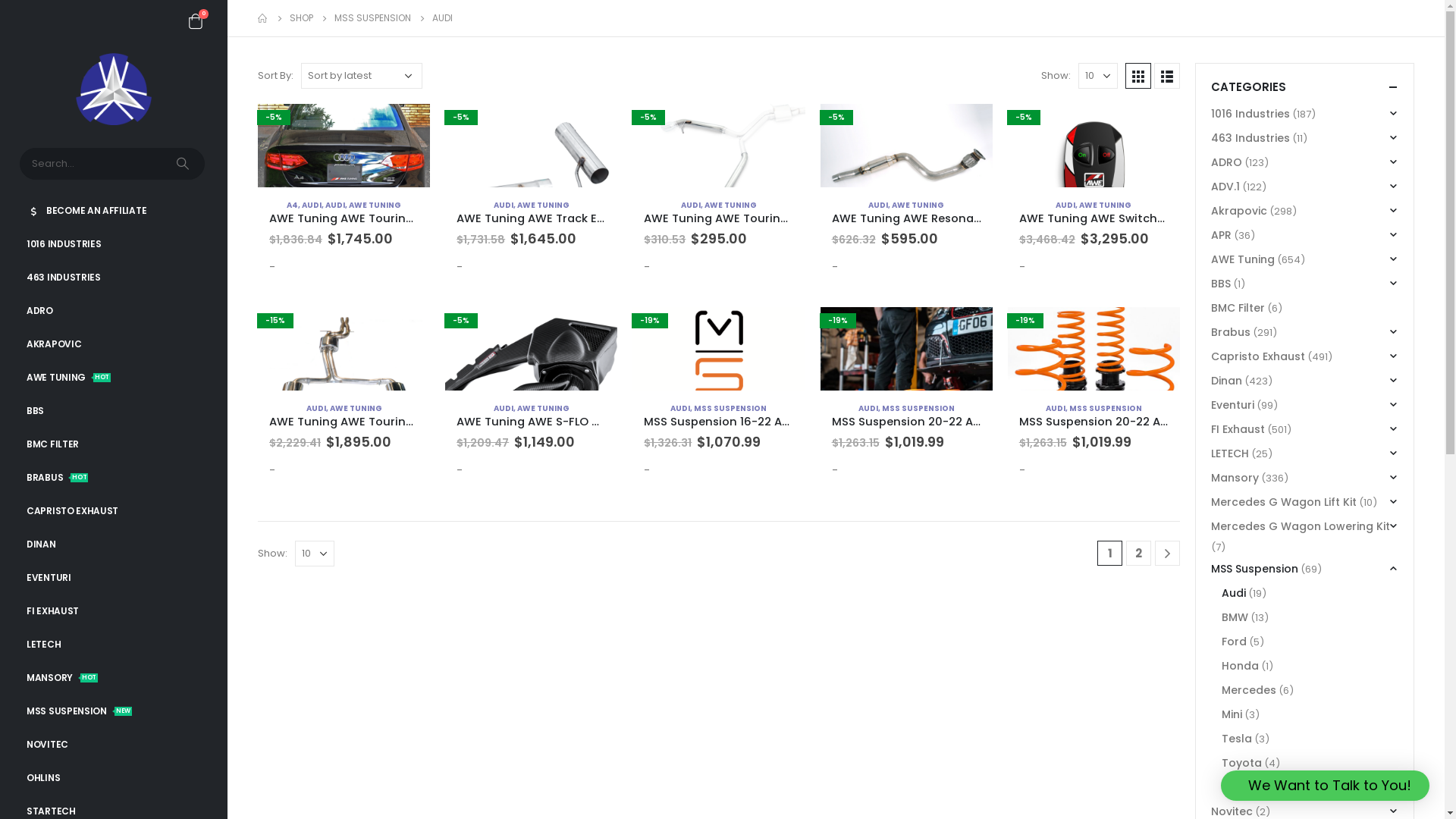 The height and width of the screenshot is (819, 1456). I want to click on 'Mini', so click(1222, 714).